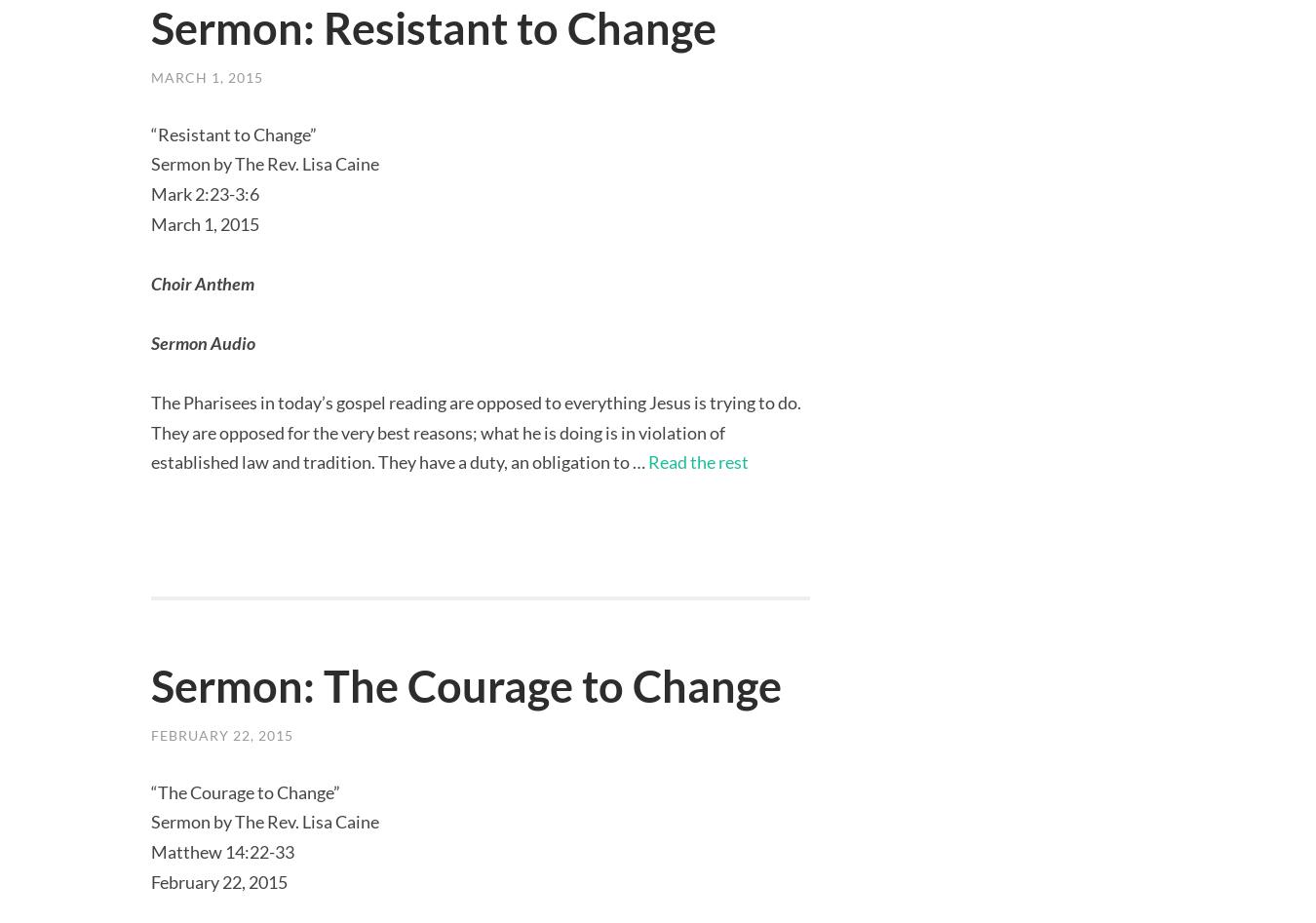  What do you see at coordinates (245, 790) in the screenshot?
I see `'“The Courage to Change”'` at bounding box center [245, 790].